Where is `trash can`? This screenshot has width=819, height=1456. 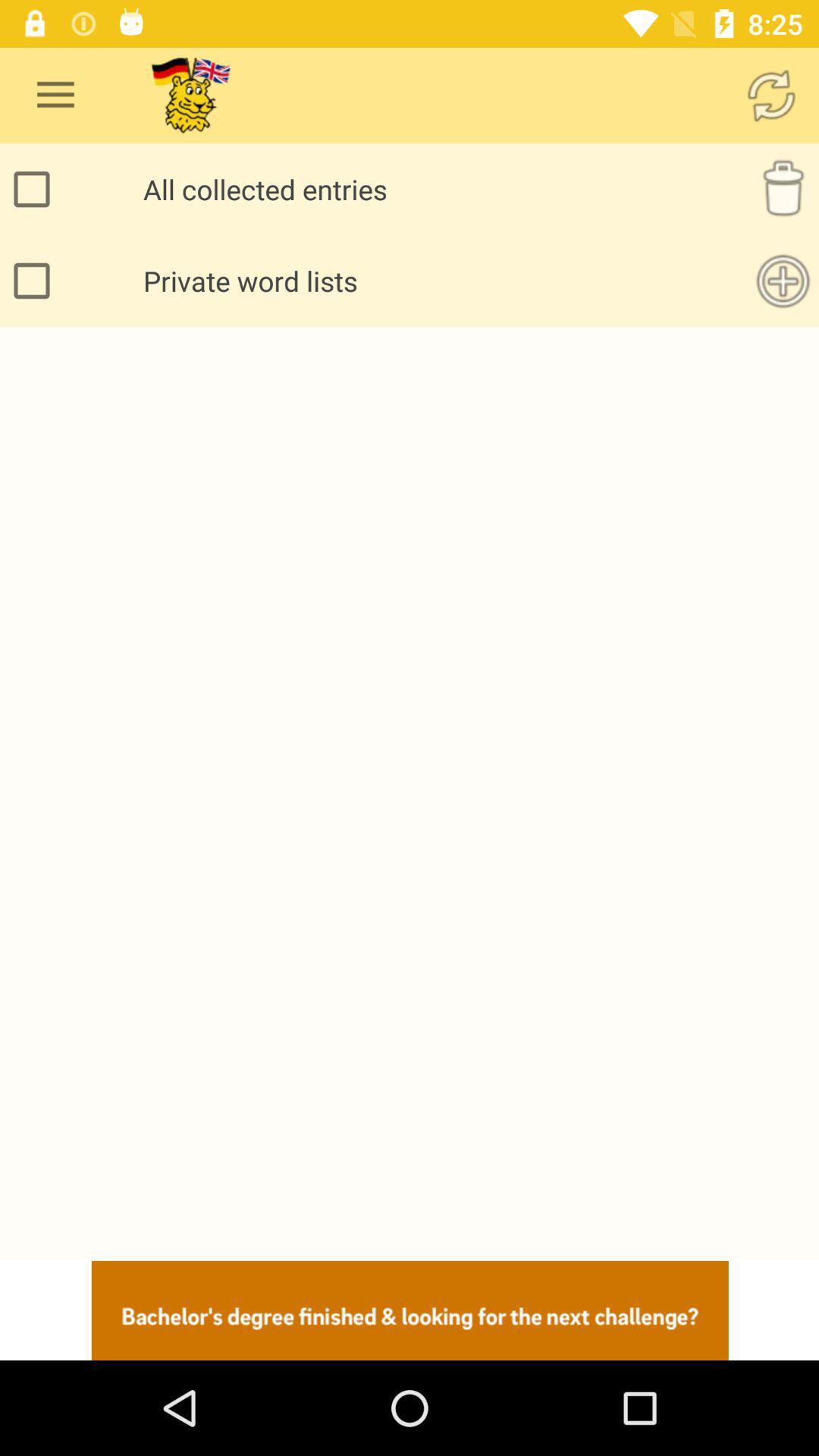
trash can is located at coordinates (783, 188).